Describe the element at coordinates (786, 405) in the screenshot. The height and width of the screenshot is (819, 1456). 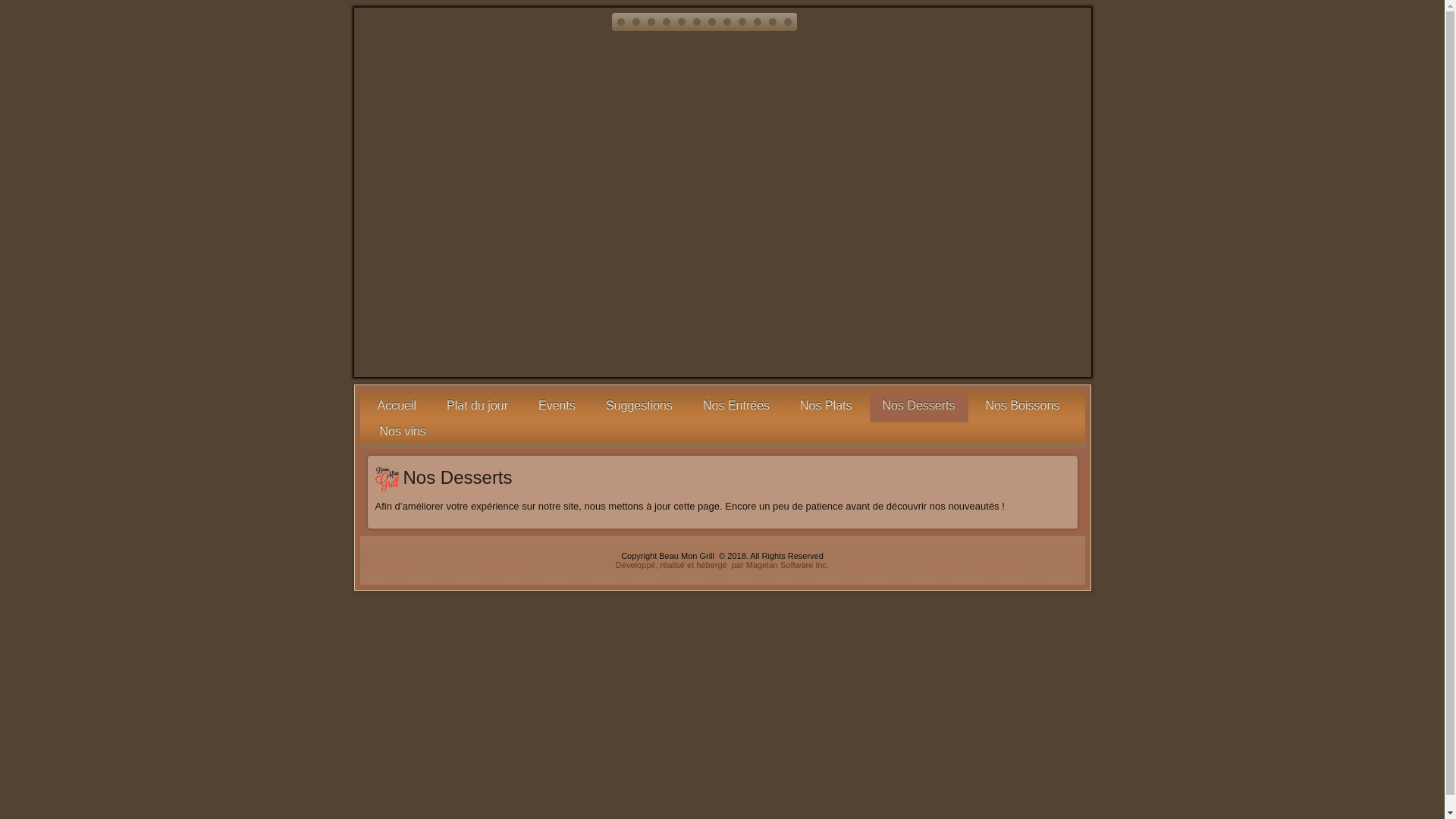
I see `'Nos Plats'` at that location.